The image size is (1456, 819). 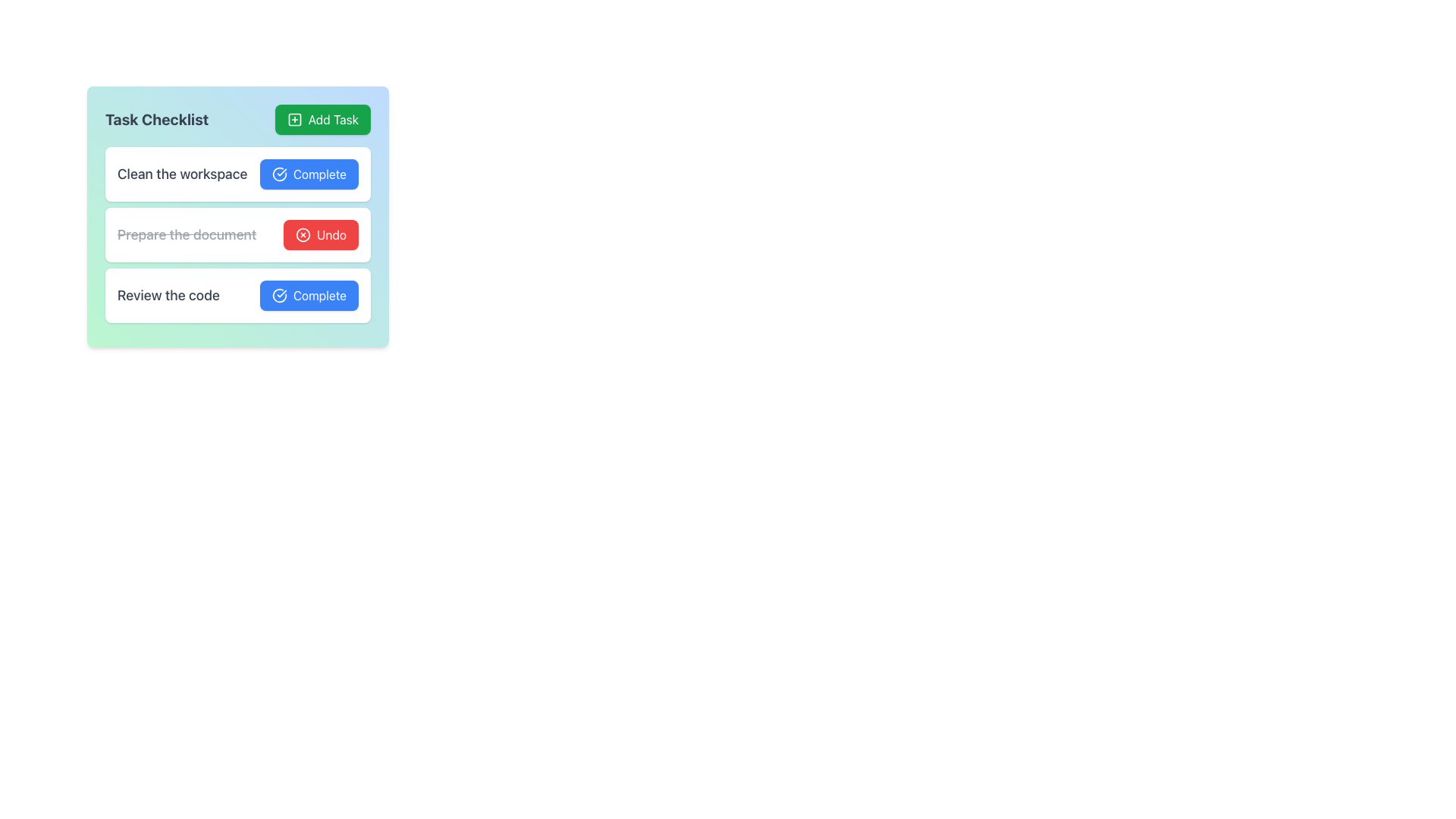 What do you see at coordinates (237, 174) in the screenshot?
I see `the first task item in the checklist labeled 'Clean the workspace'` at bounding box center [237, 174].